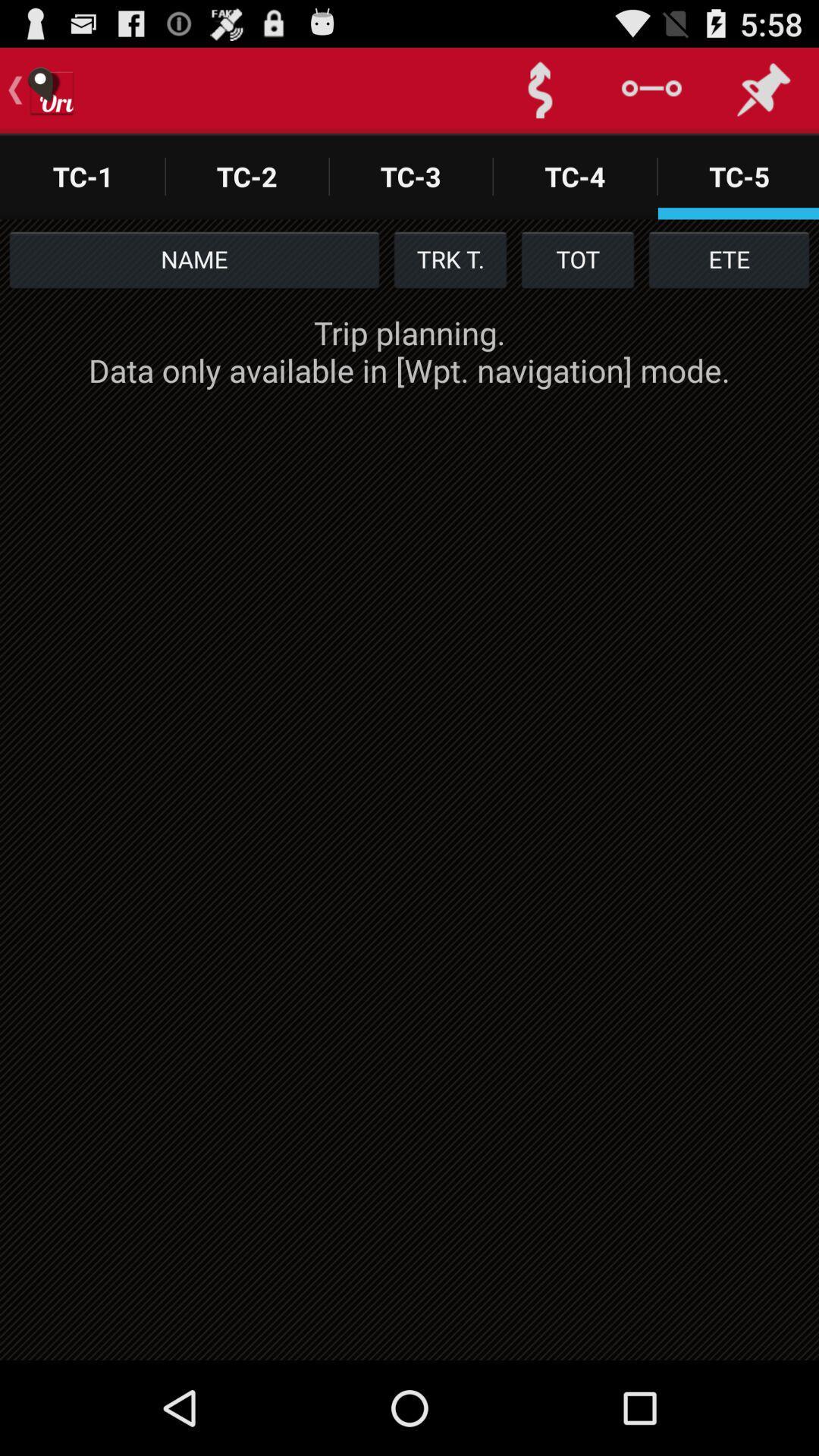 Image resolution: width=819 pixels, height=1456 pixels. What do you see at coordinates (728, 259) in the screenshot?
I see `item above the trip planning data icon` at bounding box center [728, 259].